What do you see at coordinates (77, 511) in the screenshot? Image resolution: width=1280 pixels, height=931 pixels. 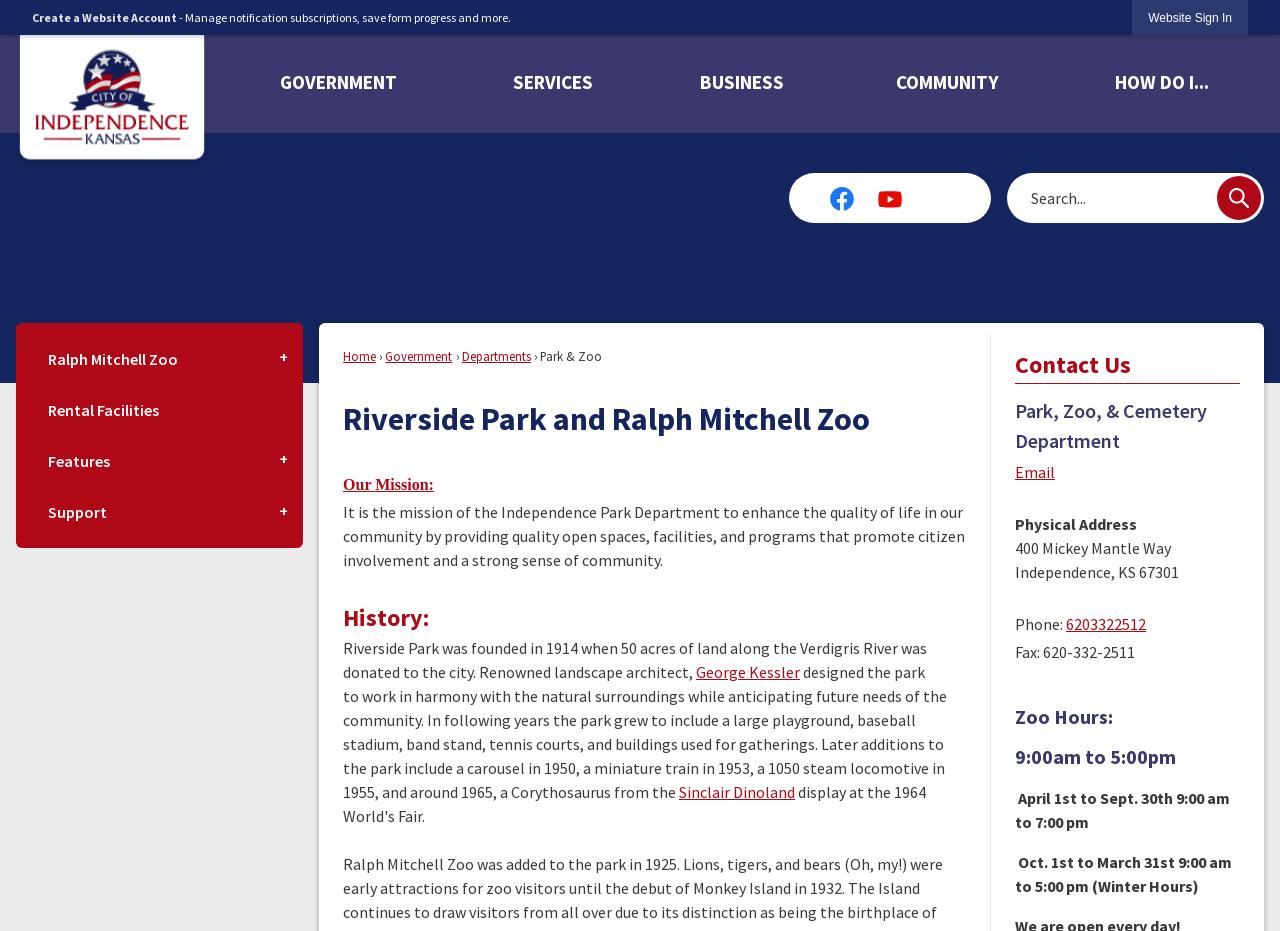 I see `'Support'` at bounding box center [77, 511].